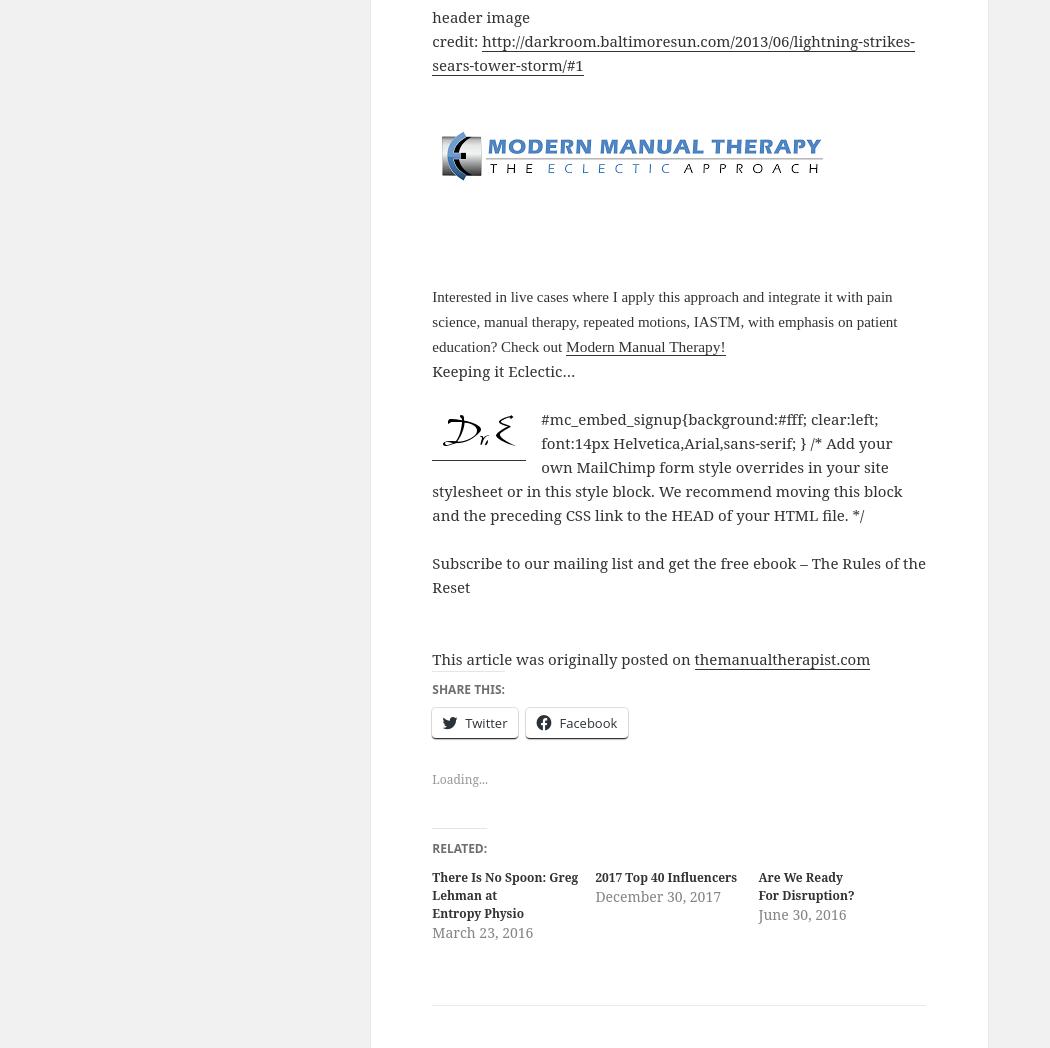 The height and width of the screenshot is (1048, 1050). Describe the element at coordinates (430, 778) in the screenshot. I see `'Loading...'` at that location.